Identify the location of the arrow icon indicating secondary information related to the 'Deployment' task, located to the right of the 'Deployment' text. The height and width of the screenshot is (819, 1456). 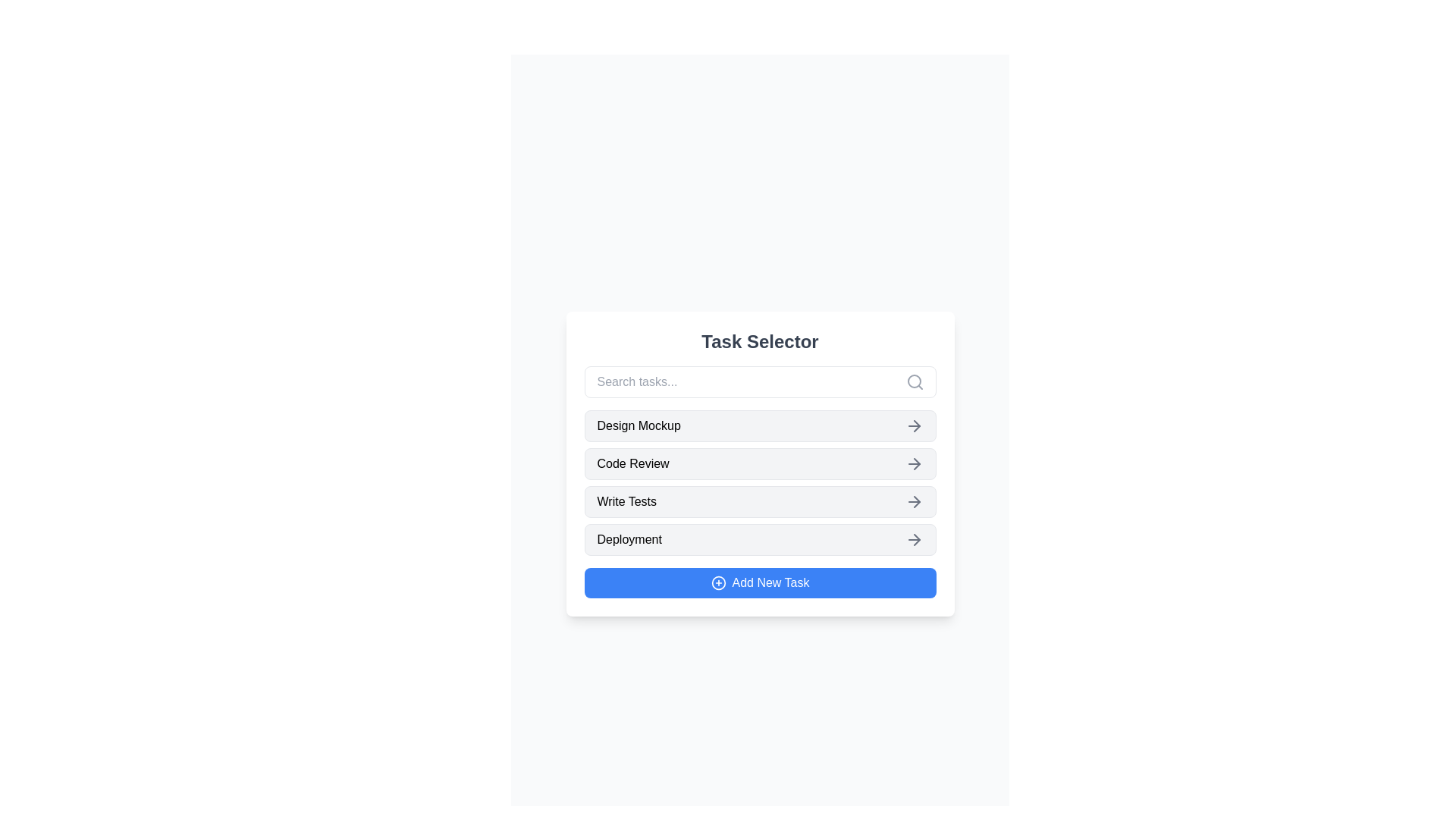
(916, 539).